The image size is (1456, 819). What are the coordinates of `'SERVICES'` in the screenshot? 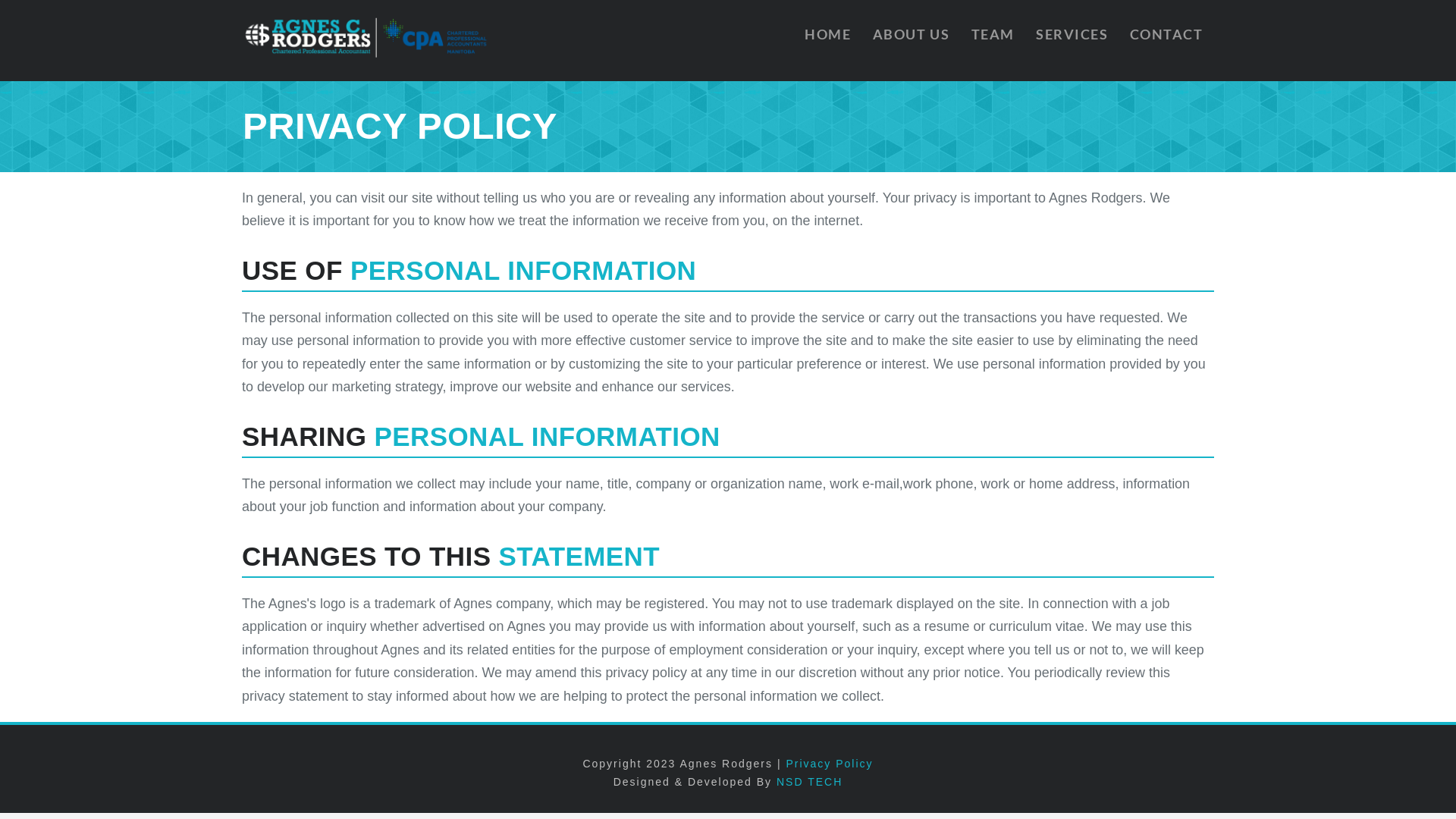 It's located at (1070, 39).